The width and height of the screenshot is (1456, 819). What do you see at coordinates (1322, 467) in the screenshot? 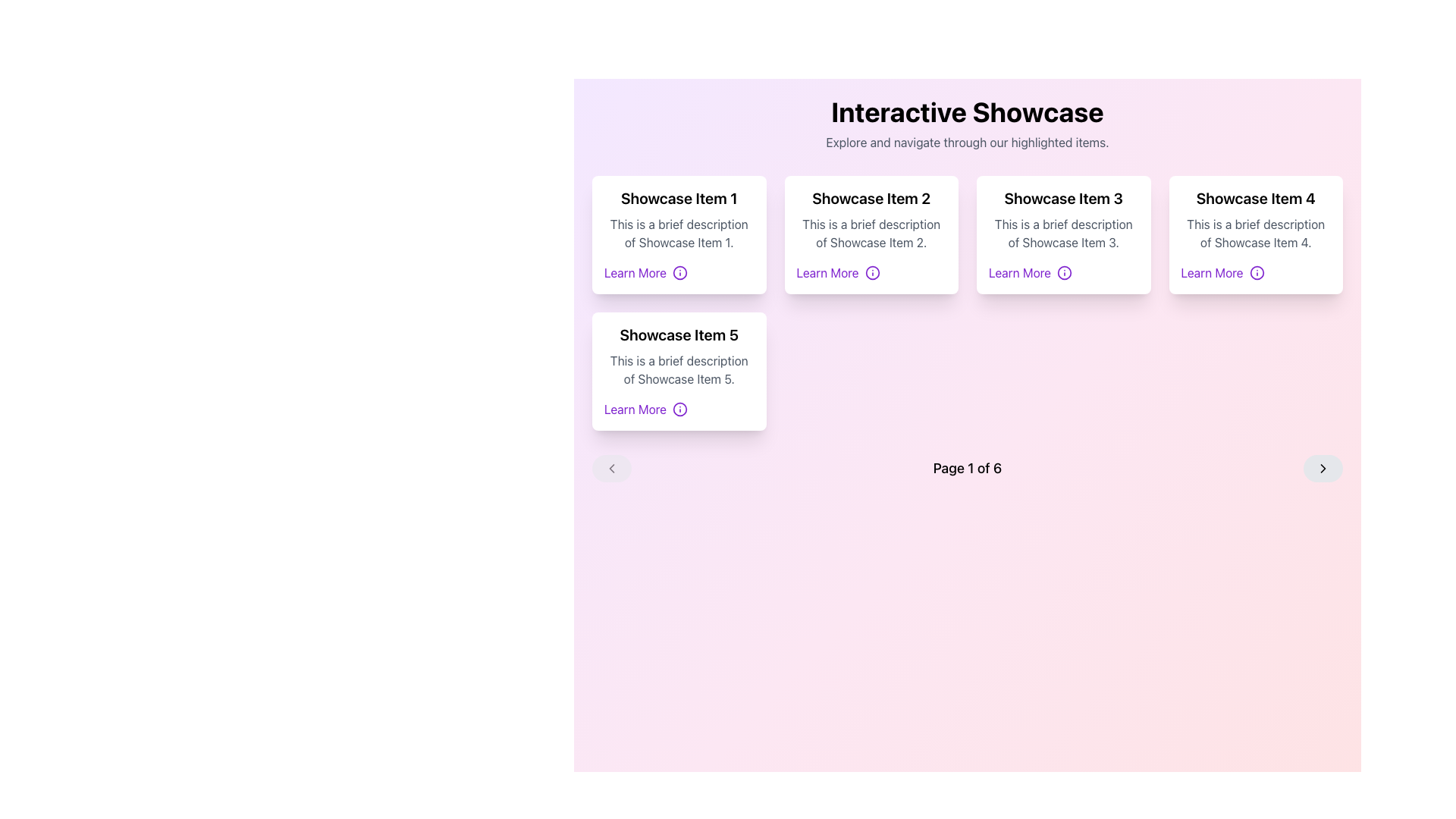
I see `the rightmost button in the pagination area` at bounding box center [1322, 467].